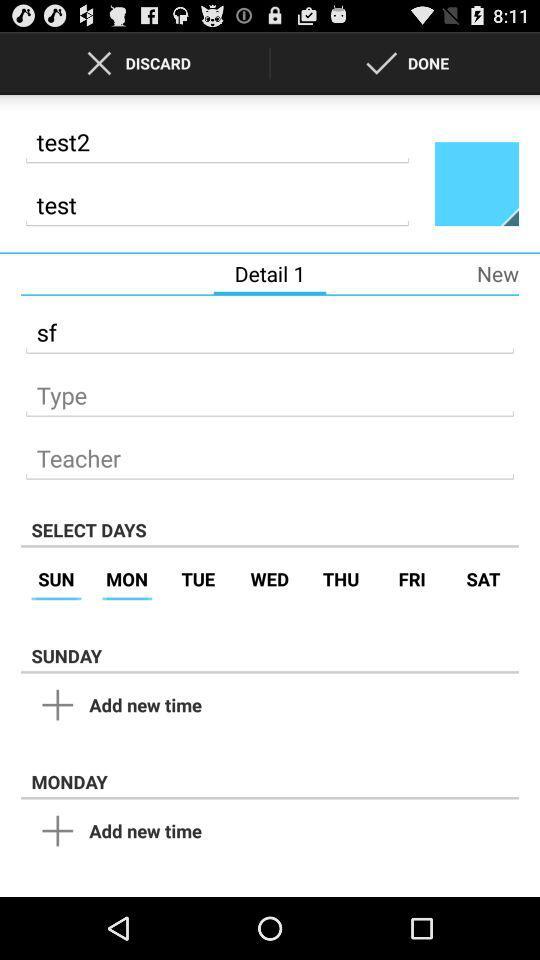  I want to click on type of class, so click(270, 388).